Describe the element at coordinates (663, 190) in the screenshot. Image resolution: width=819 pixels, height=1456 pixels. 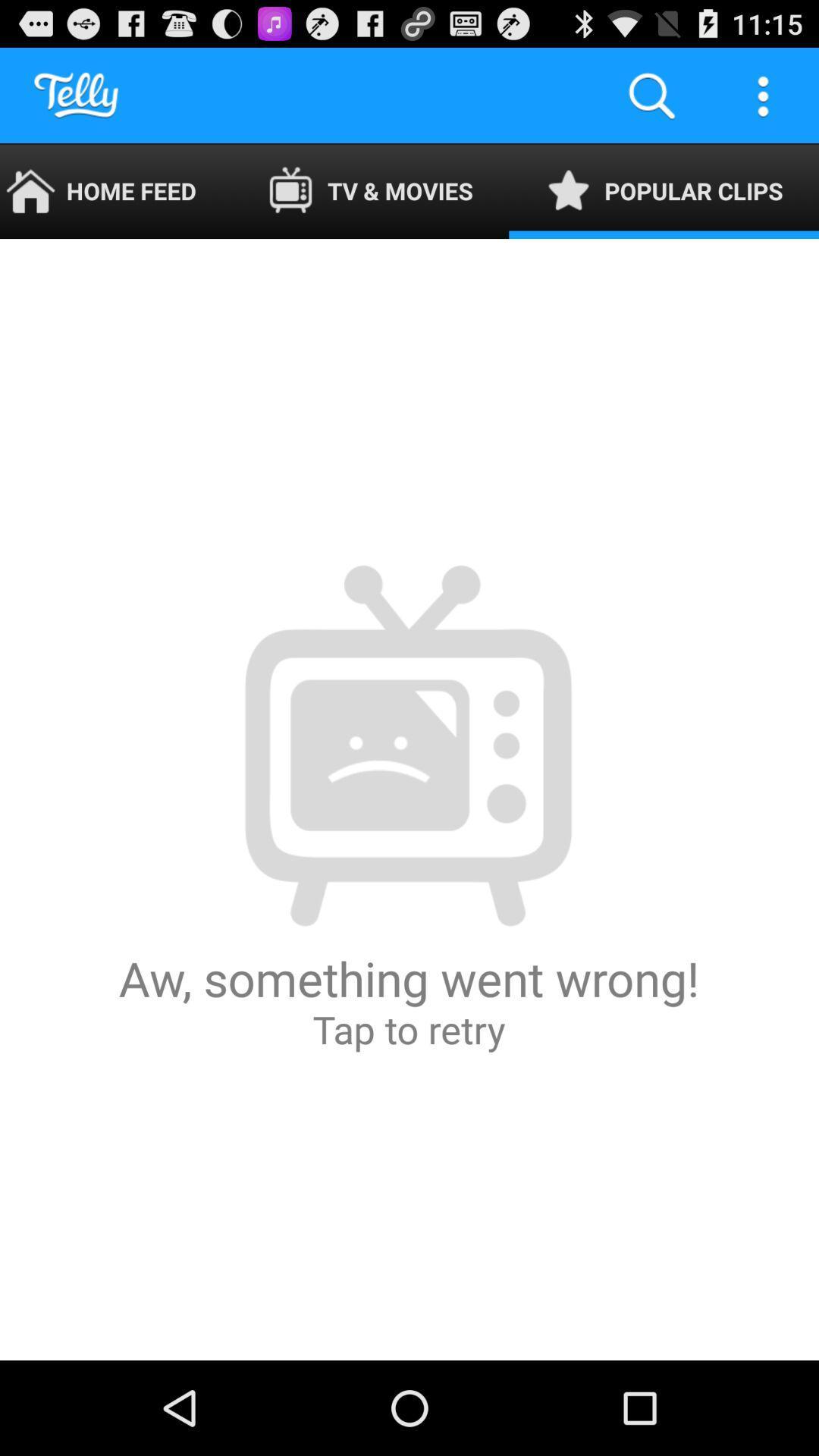
I see `app next to the tv & movies item` at that location.